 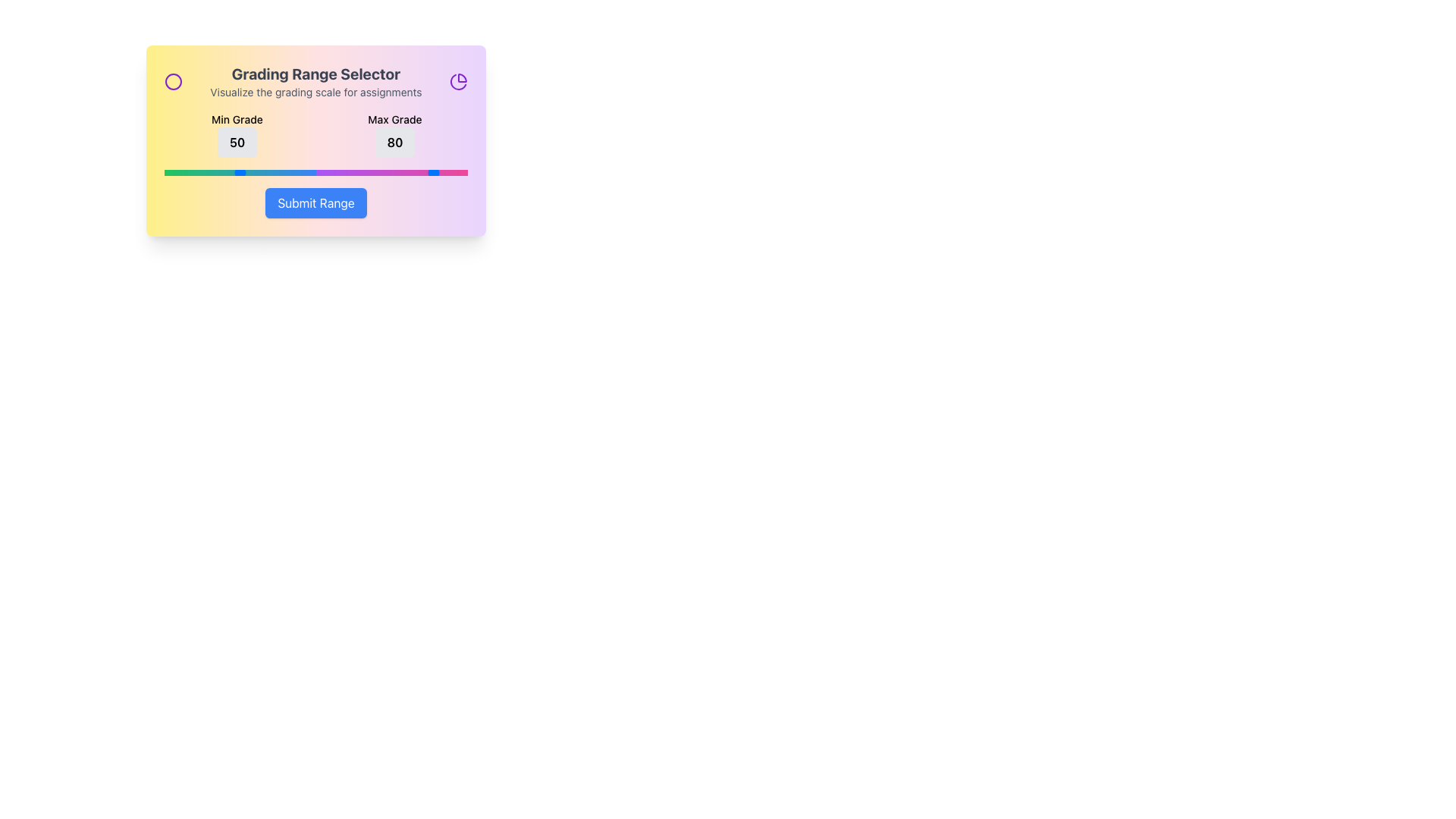 I want to click on the slider value, so click(x=378, y=171).